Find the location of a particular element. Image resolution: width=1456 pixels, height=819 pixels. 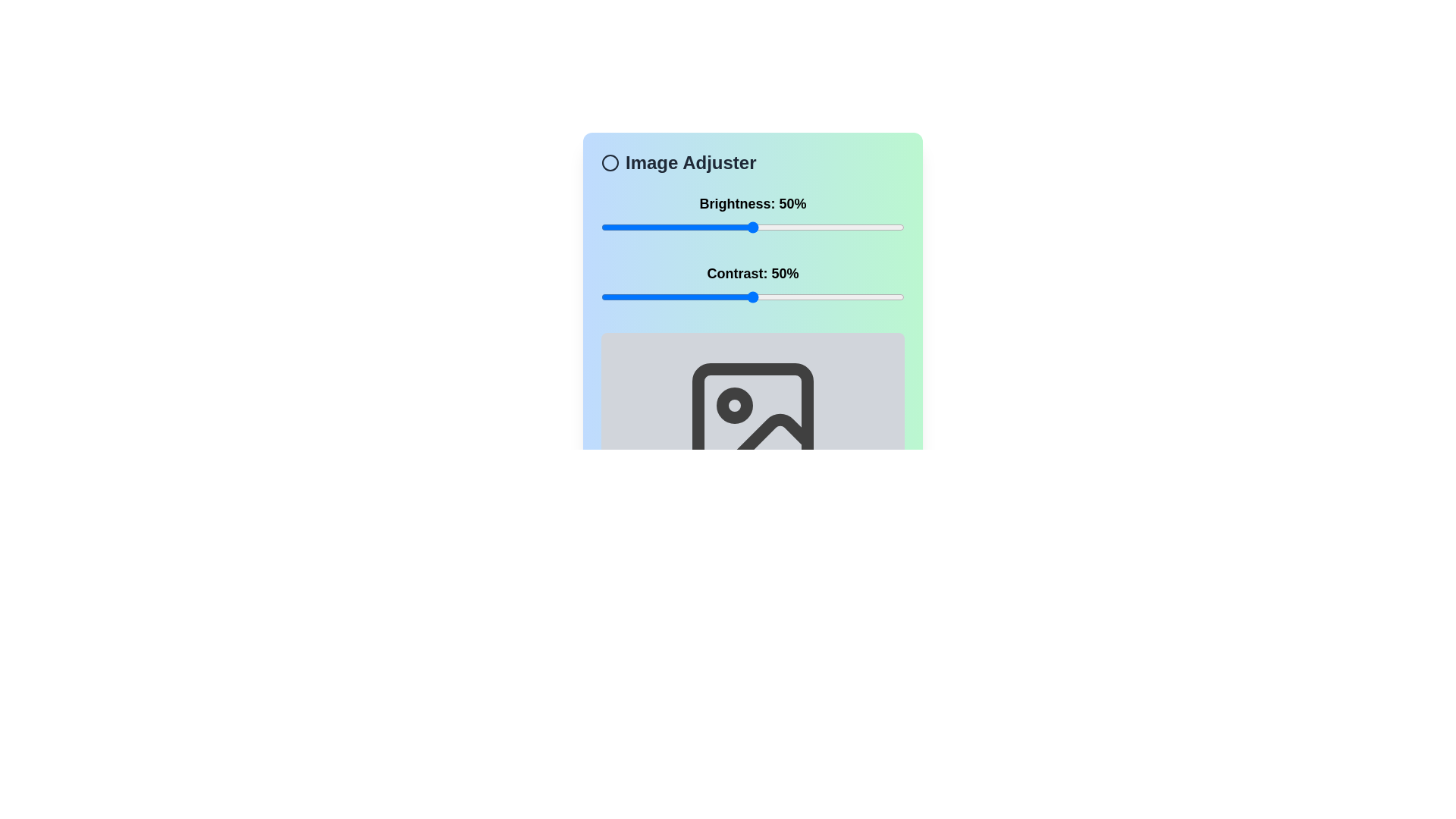

the contrast slider to 1% is located at coordinates (603, 297).